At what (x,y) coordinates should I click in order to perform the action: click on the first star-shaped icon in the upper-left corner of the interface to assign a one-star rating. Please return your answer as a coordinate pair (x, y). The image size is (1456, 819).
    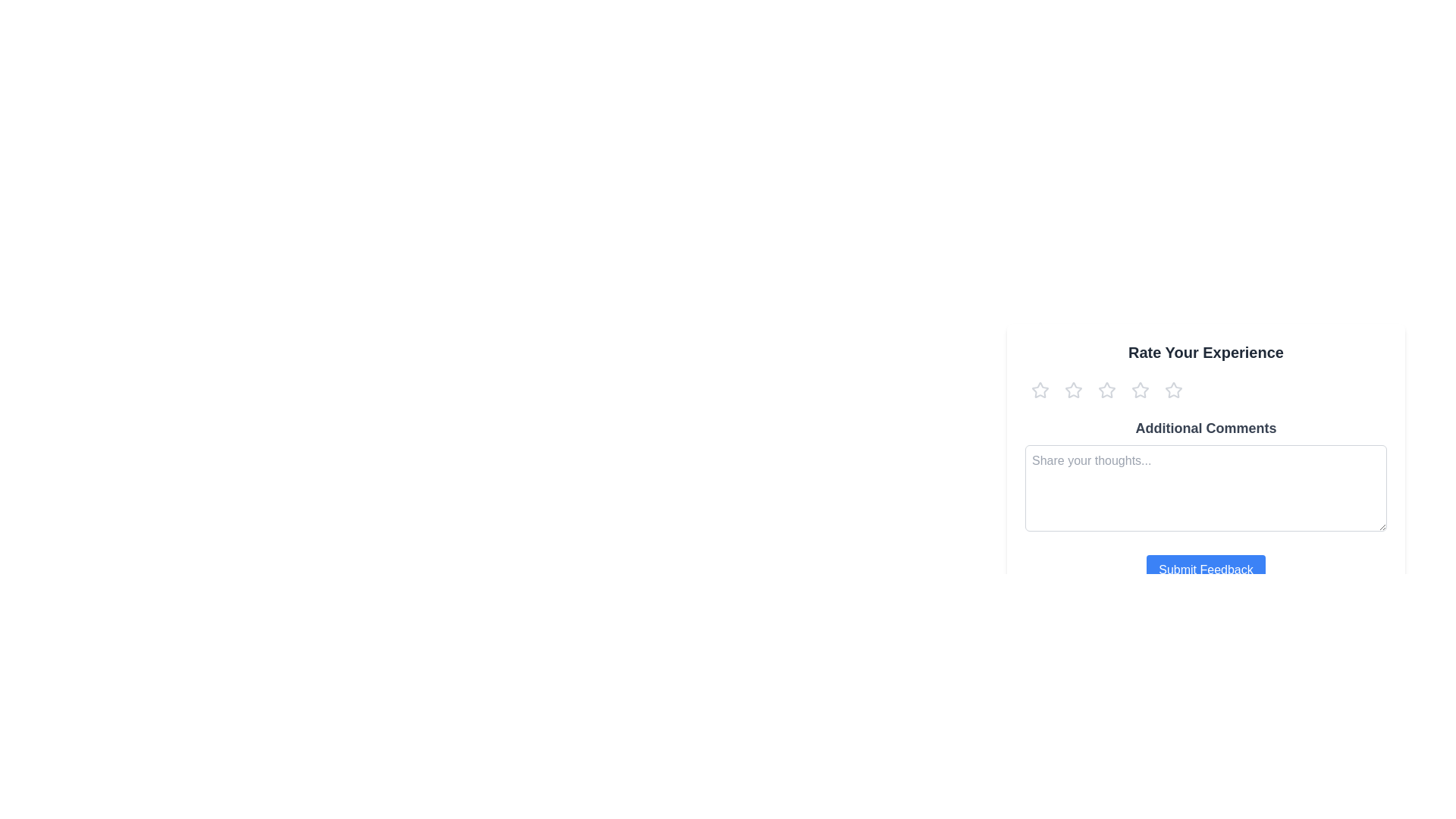
    Looking at the image, I should click on (1040, 390).